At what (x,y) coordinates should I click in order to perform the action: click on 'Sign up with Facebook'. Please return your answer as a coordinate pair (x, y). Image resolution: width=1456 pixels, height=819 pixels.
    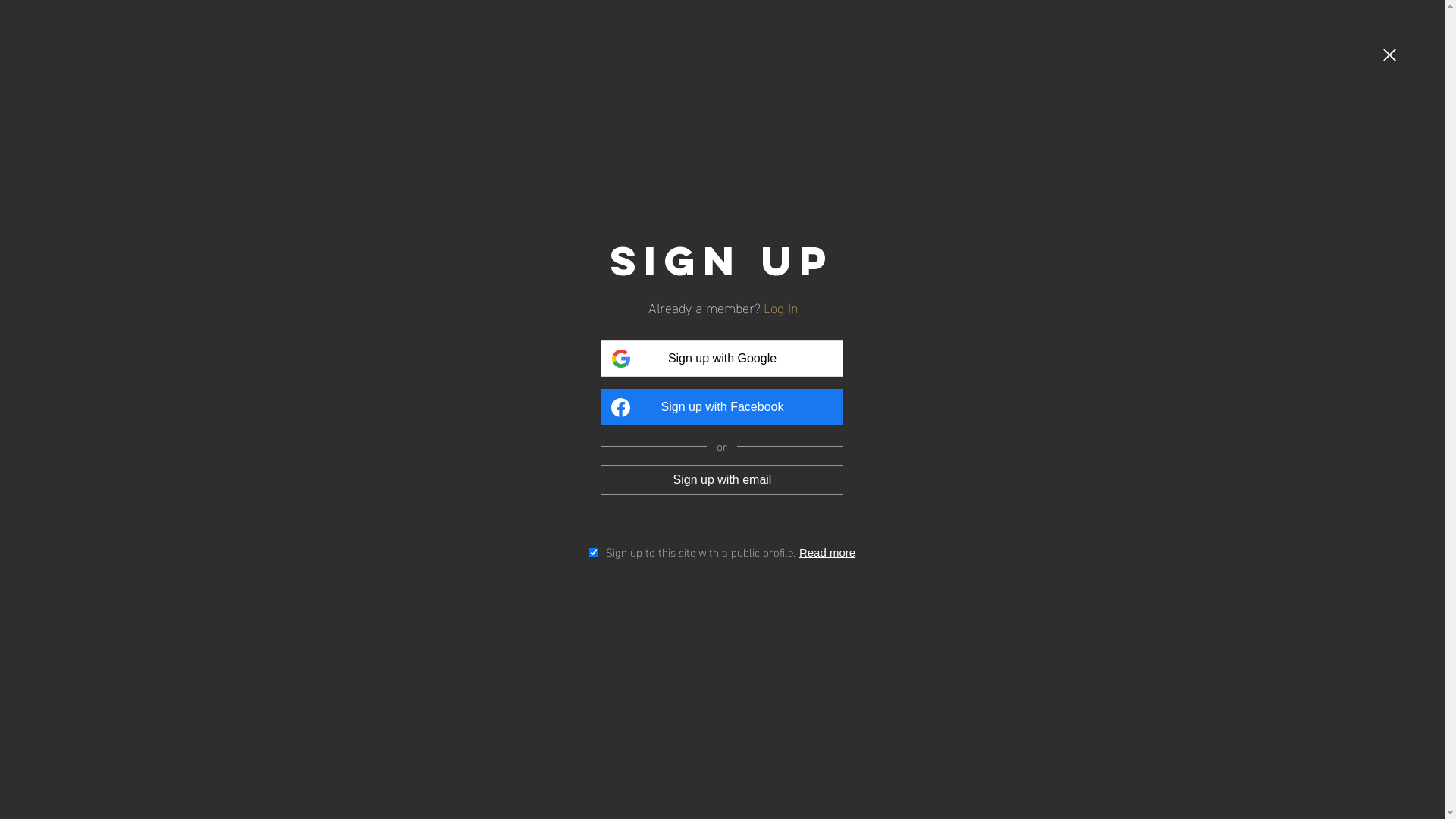
    Looking at the image, I should click on (720, 406).